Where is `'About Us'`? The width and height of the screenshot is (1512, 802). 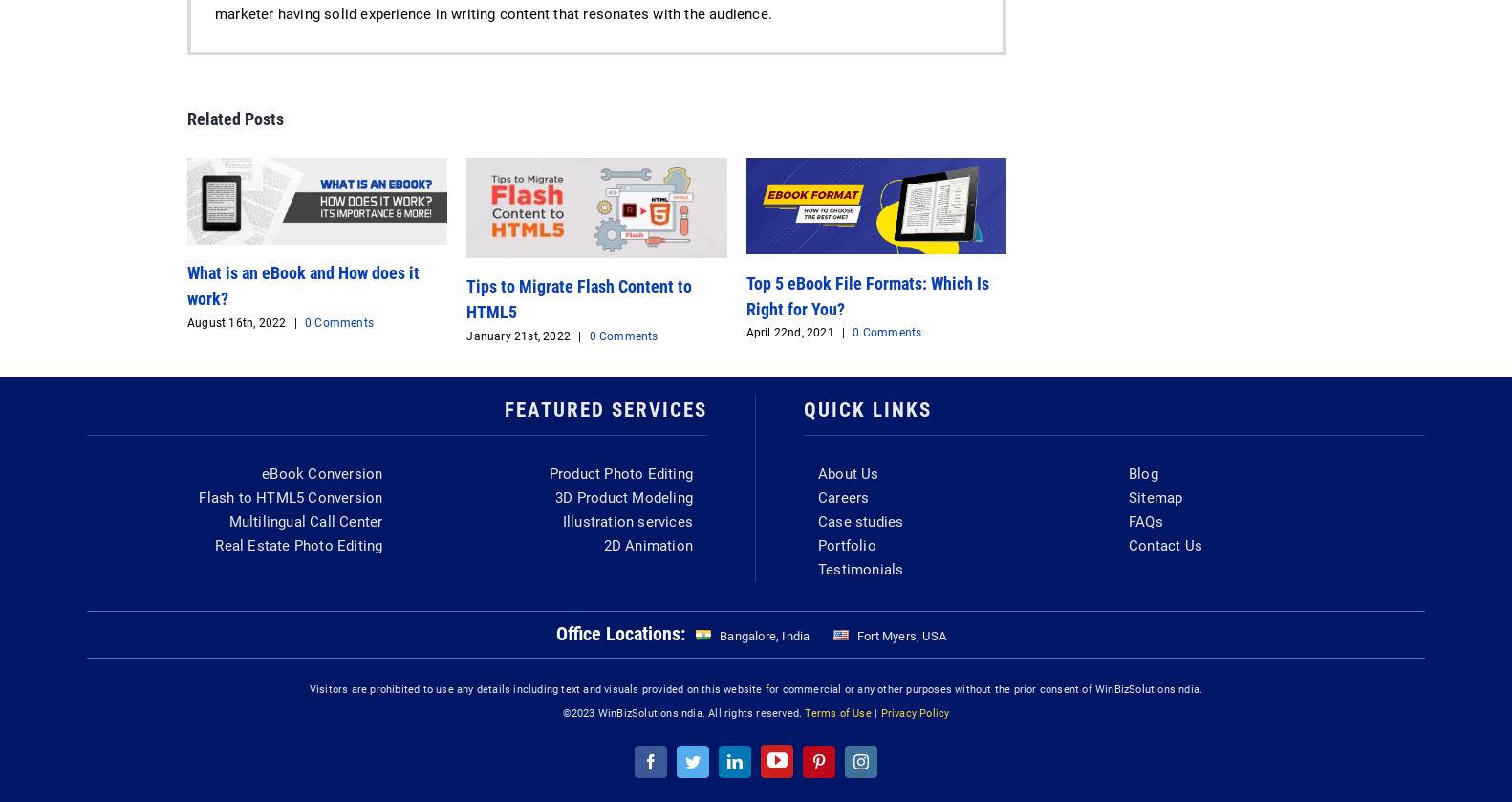
'About Us' is located at coordinates (848, 472).